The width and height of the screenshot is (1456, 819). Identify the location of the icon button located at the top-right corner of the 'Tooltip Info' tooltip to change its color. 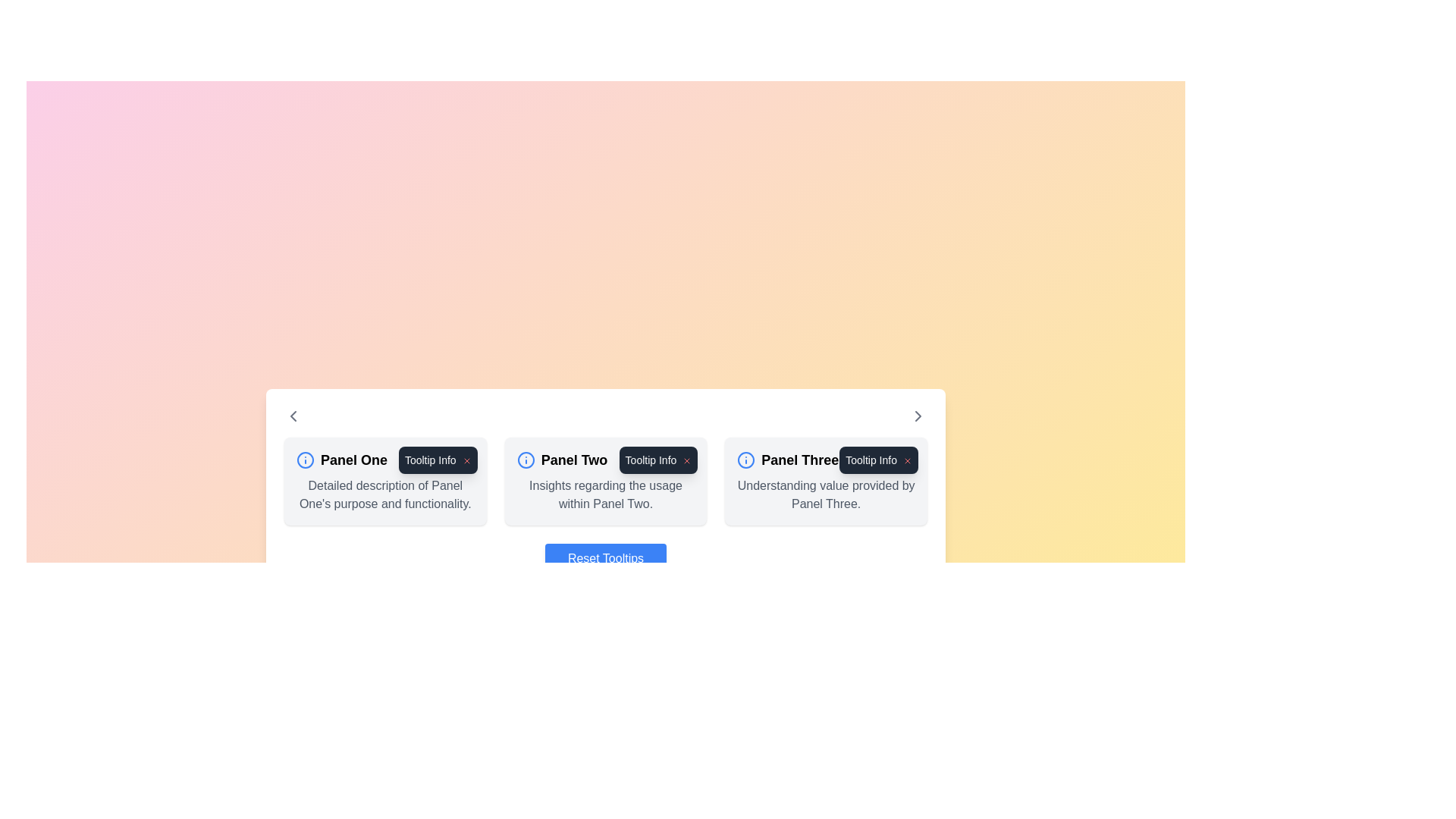
(466, 459).